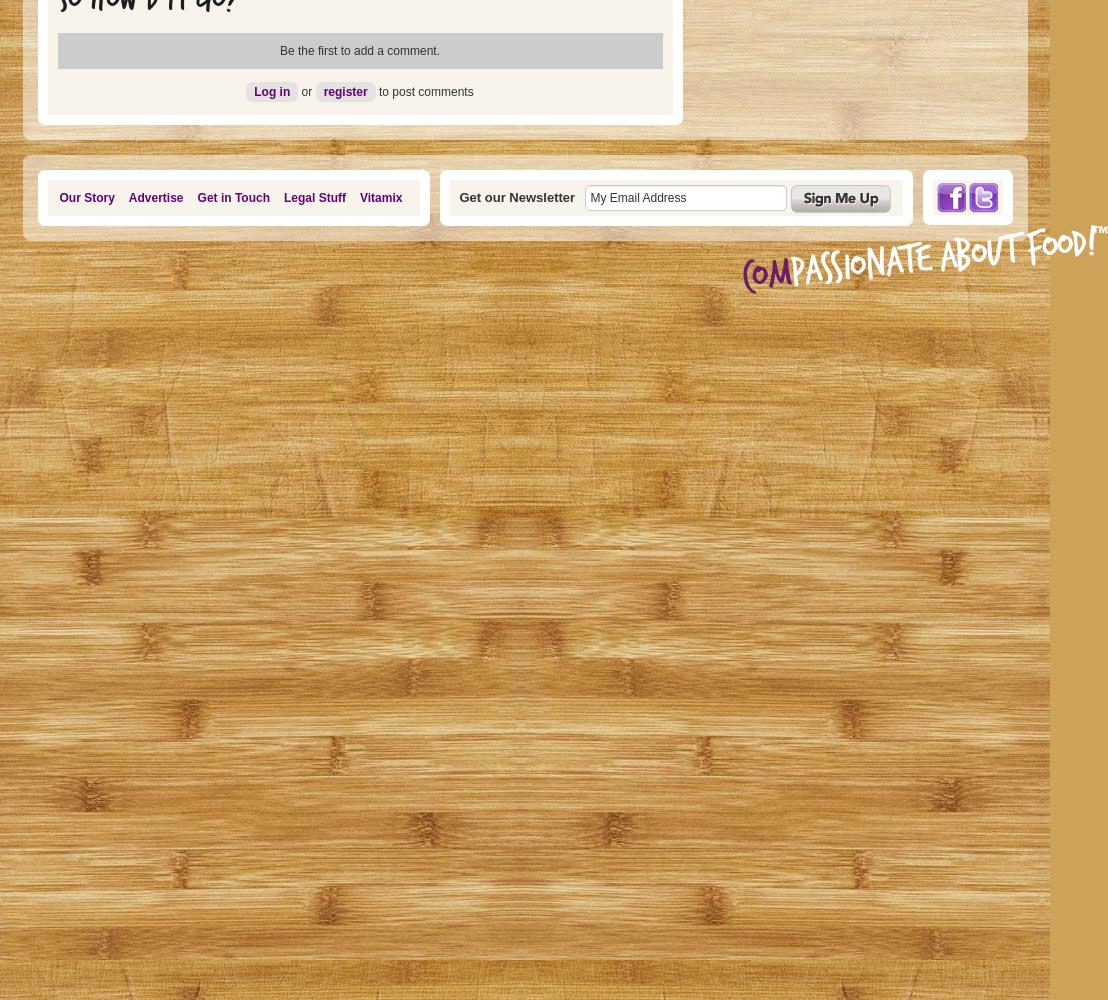 The height and width of the screenshot is (1000, 1108). I want to click on 'Get in Touch', so click(232, 197).